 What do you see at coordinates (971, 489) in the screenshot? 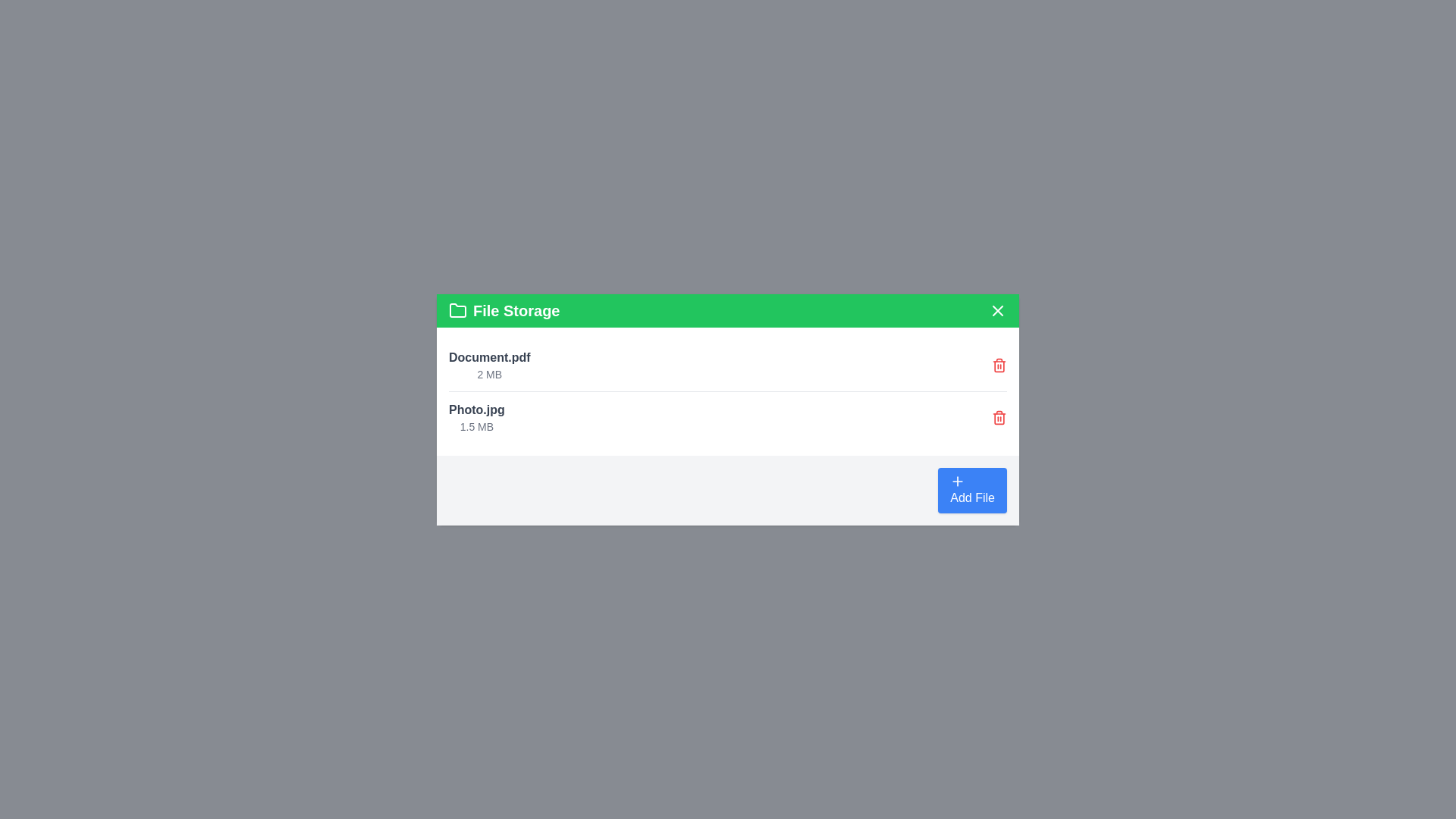
I see `the 'Add File' button to add a new file to the list` at bounding box center [971, 489].